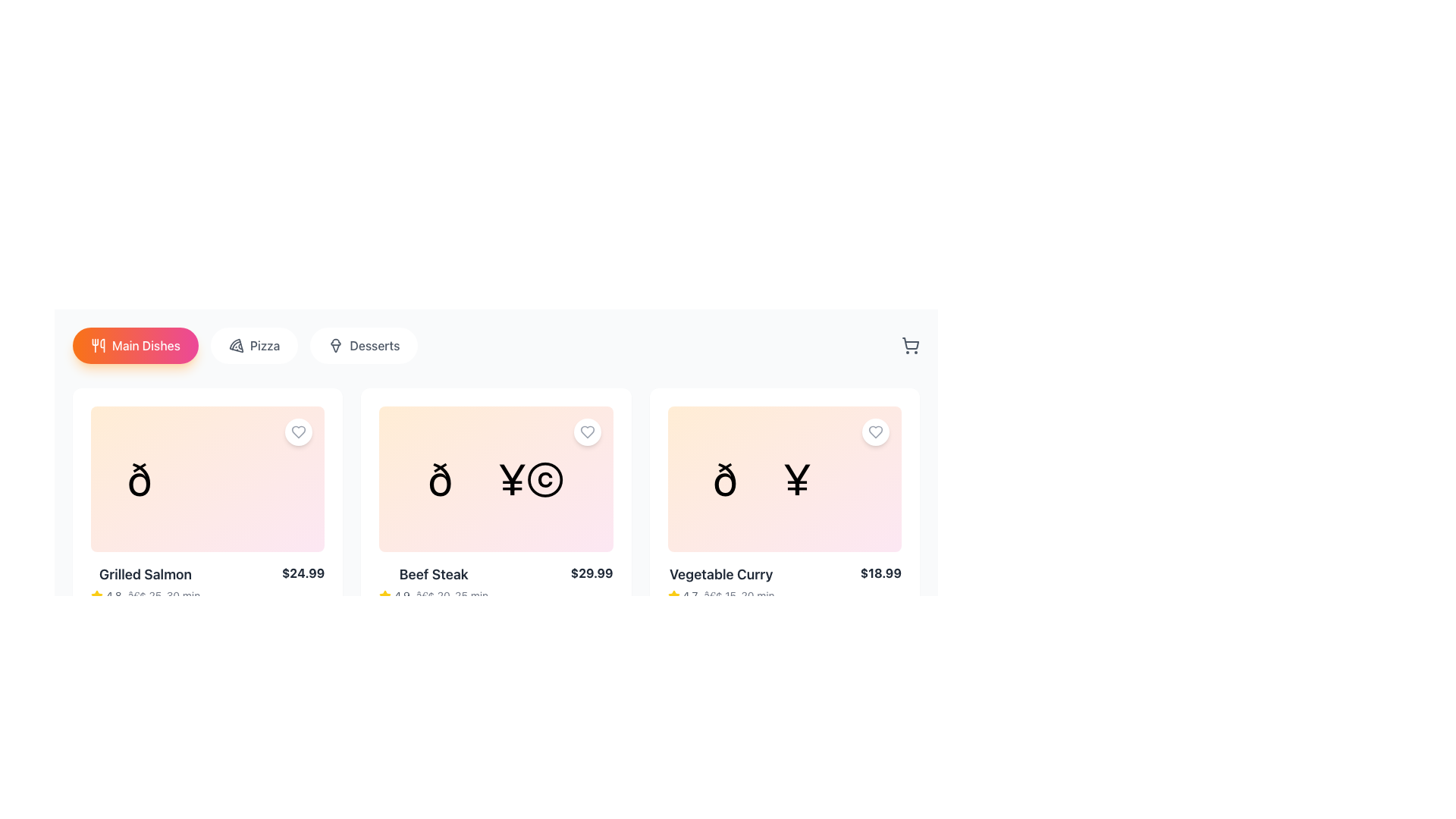 The width and height of the screenshot is (1456, 819). What do you see at coordinates (146, 575) in the screenshot?
I see `the text label element displaying 'Grilled Salmon', which is styled in bold and dark gray, located at the bottom of the dish card` at bounding box center [146, 575].